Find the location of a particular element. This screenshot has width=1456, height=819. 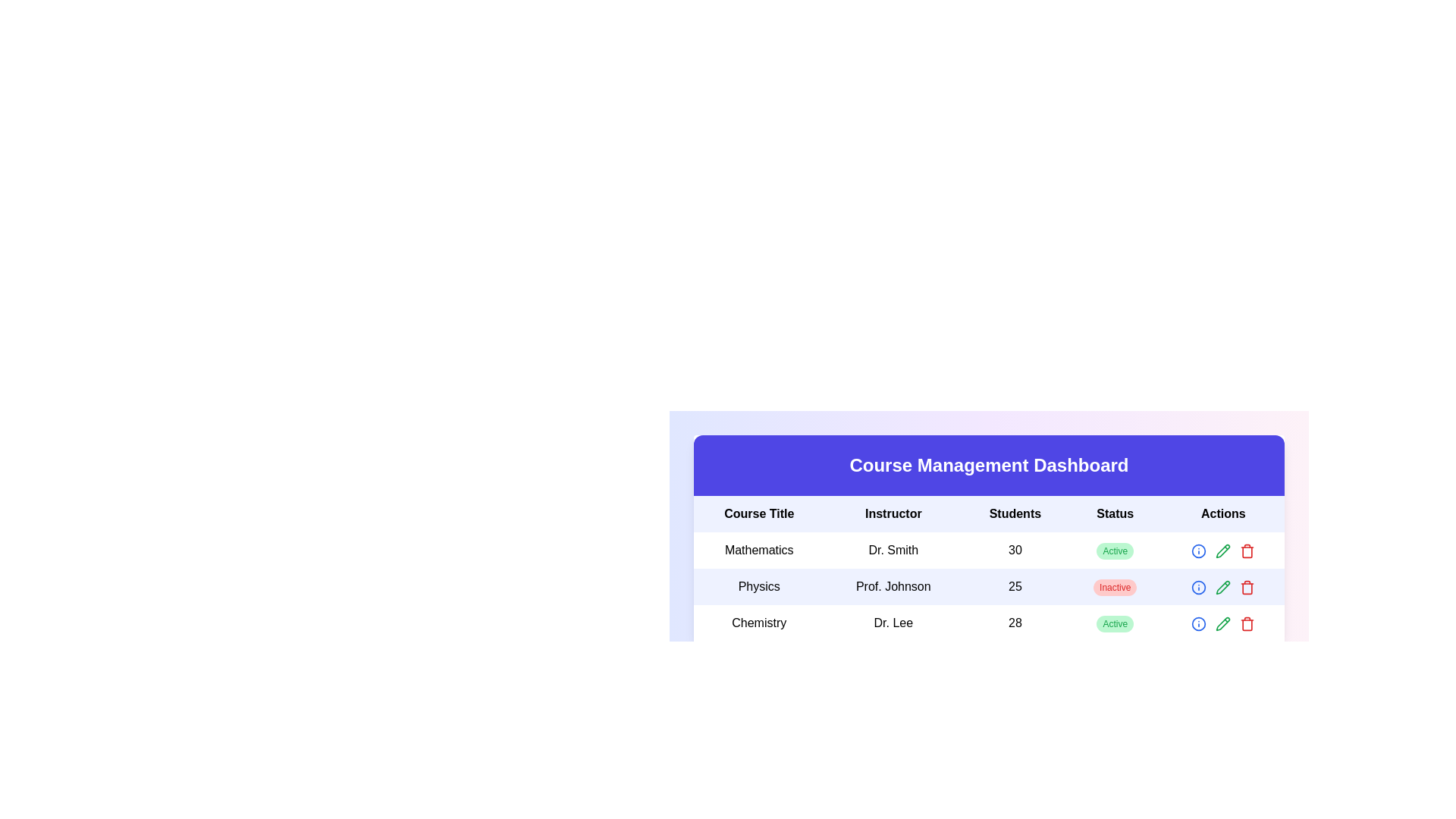

the 'Physics' text label, which is the first cell in a row displaying course details, aligned to the left and centered vertically within its background is located at coordinates (759, 586).